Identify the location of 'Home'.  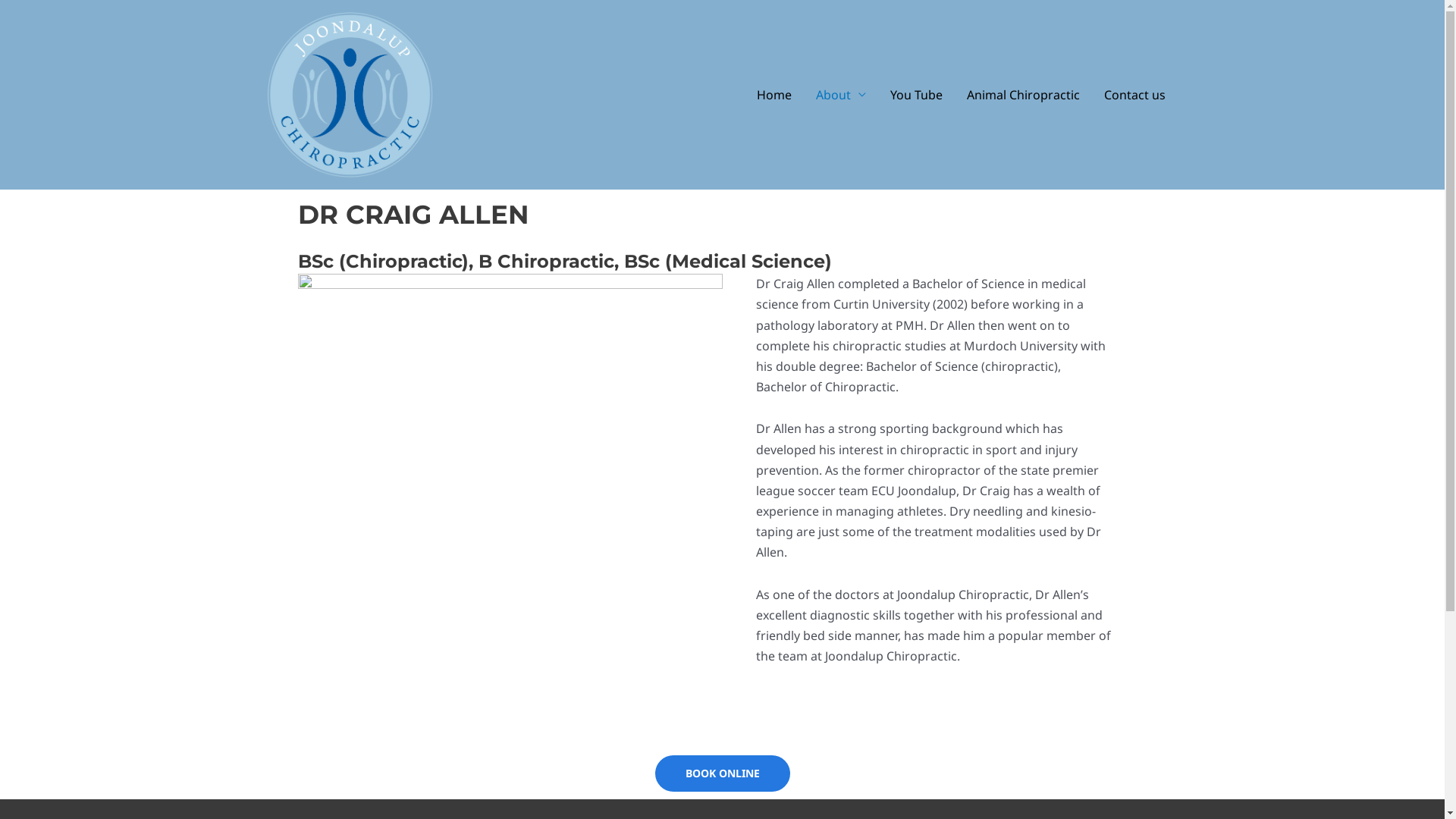
(774, 94).